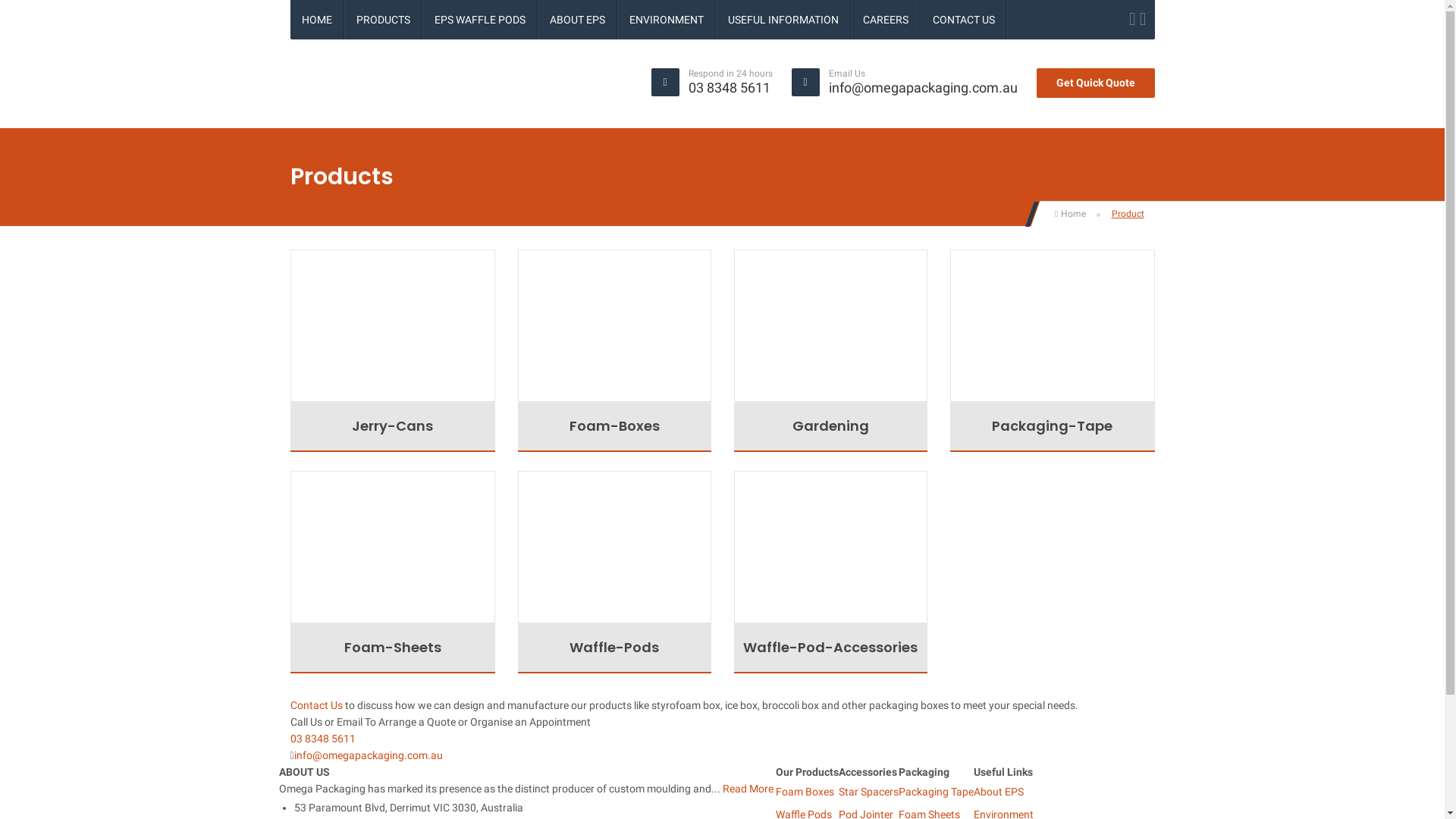 The height and width of the screenshot is (819, 1456). Describe the element at coordinates (479, 20) in the screenshot. I see `'EPS WAFFLE PODS'` at that location.